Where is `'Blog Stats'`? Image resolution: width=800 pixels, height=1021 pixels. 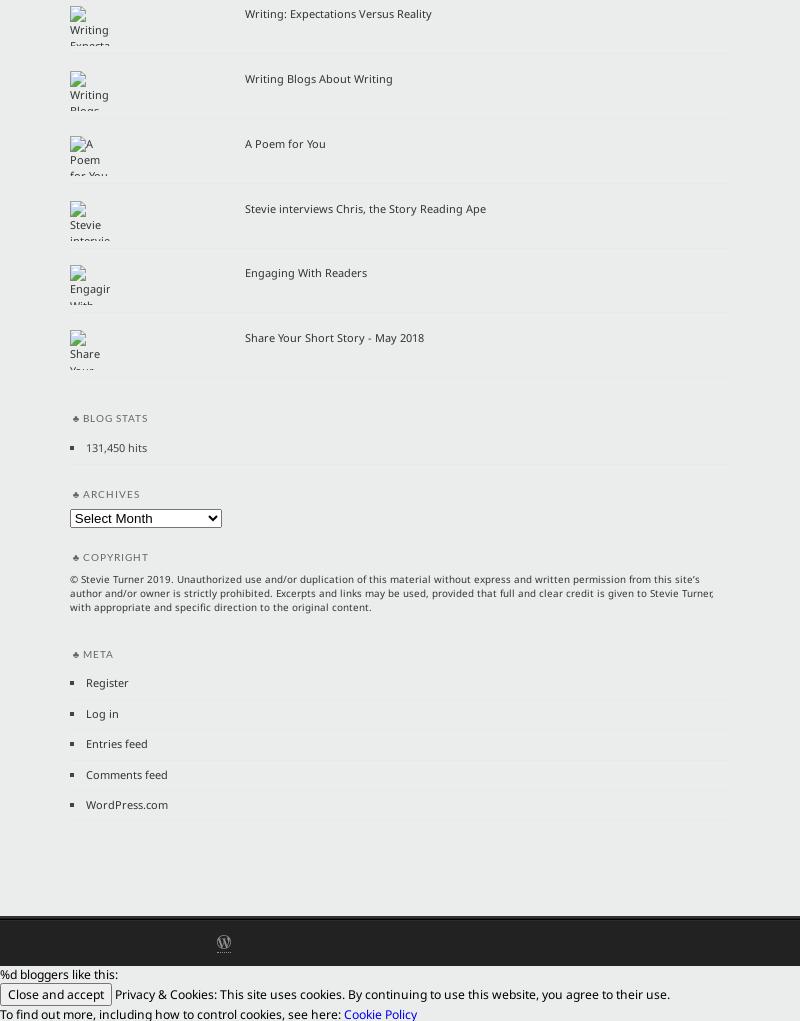 'Blog Stats' is located at coordinates (114, 416).